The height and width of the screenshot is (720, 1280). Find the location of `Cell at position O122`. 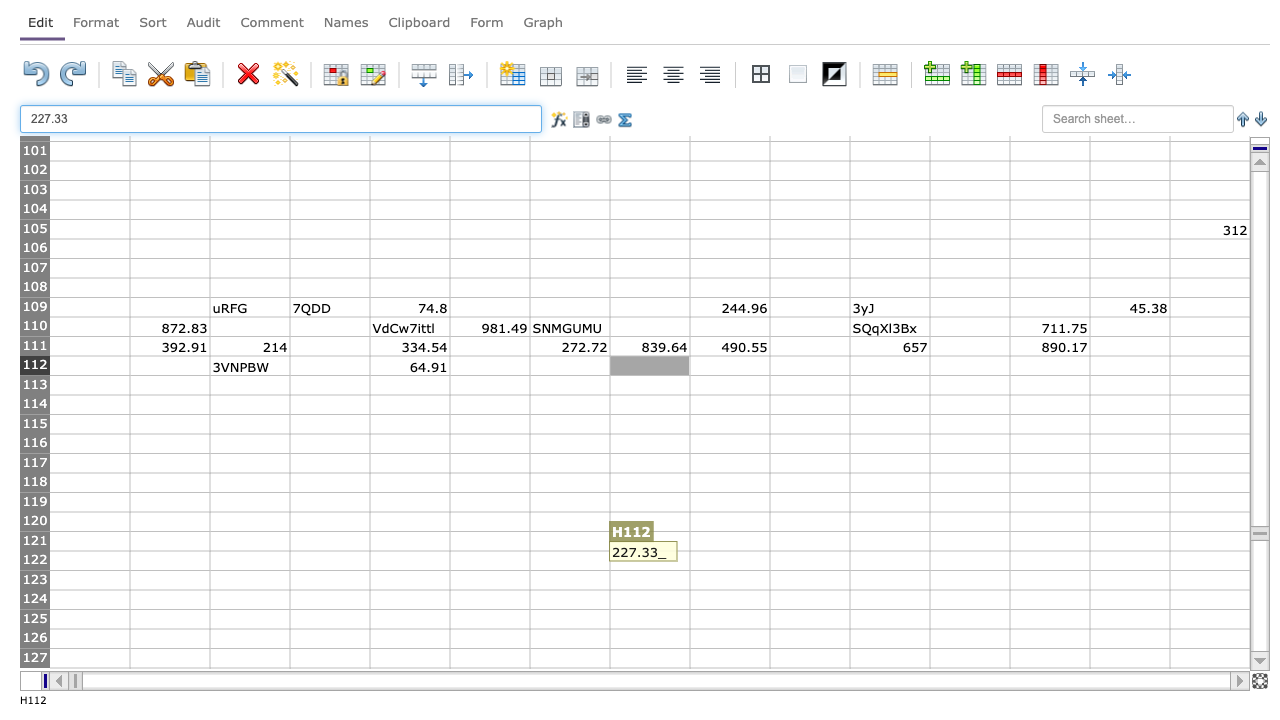

Cell at position O122 is located at coordinates (1208, 560).